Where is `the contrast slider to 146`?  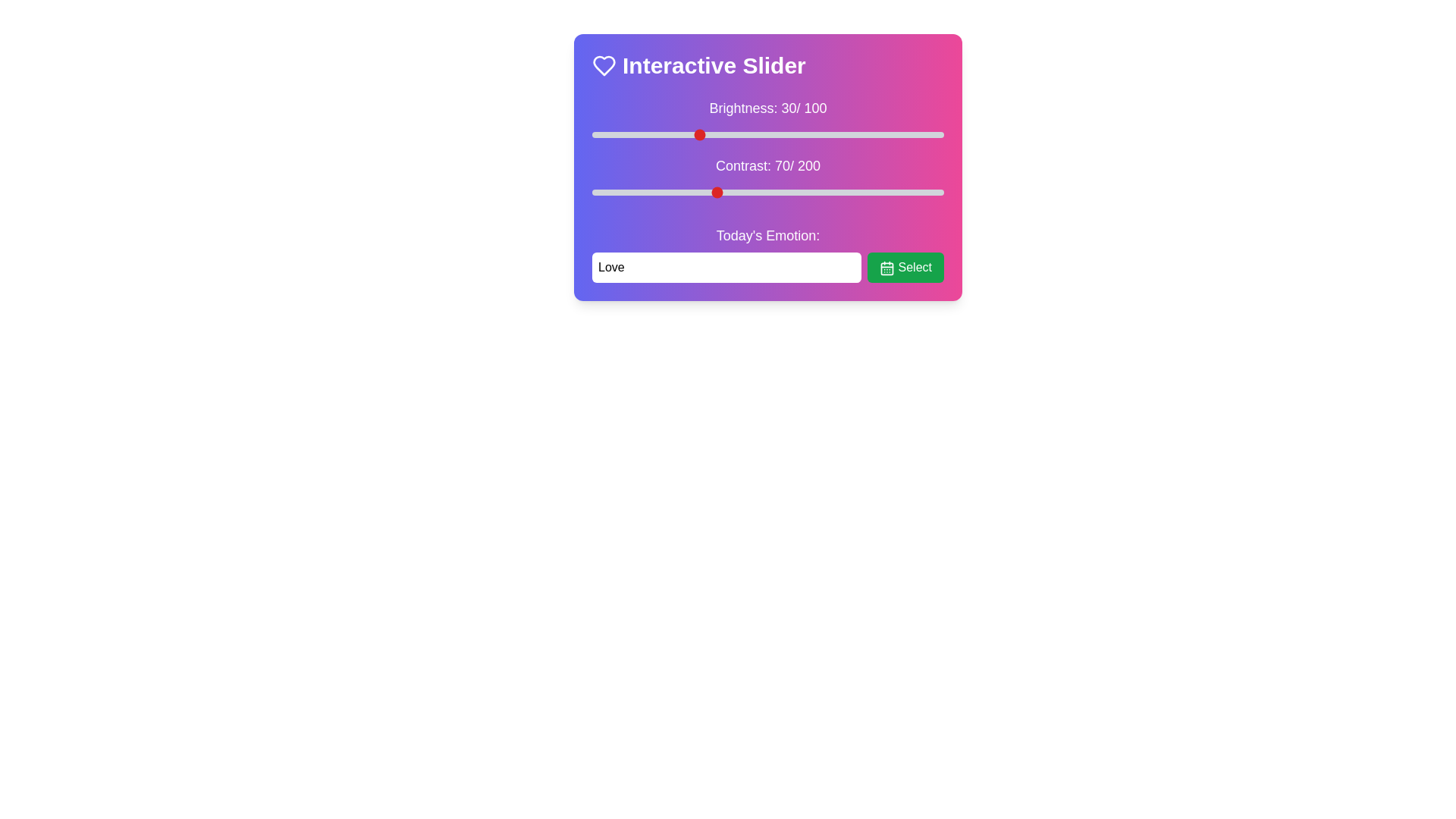 the contrast slider to 146 is located at coordinates (848, 192).